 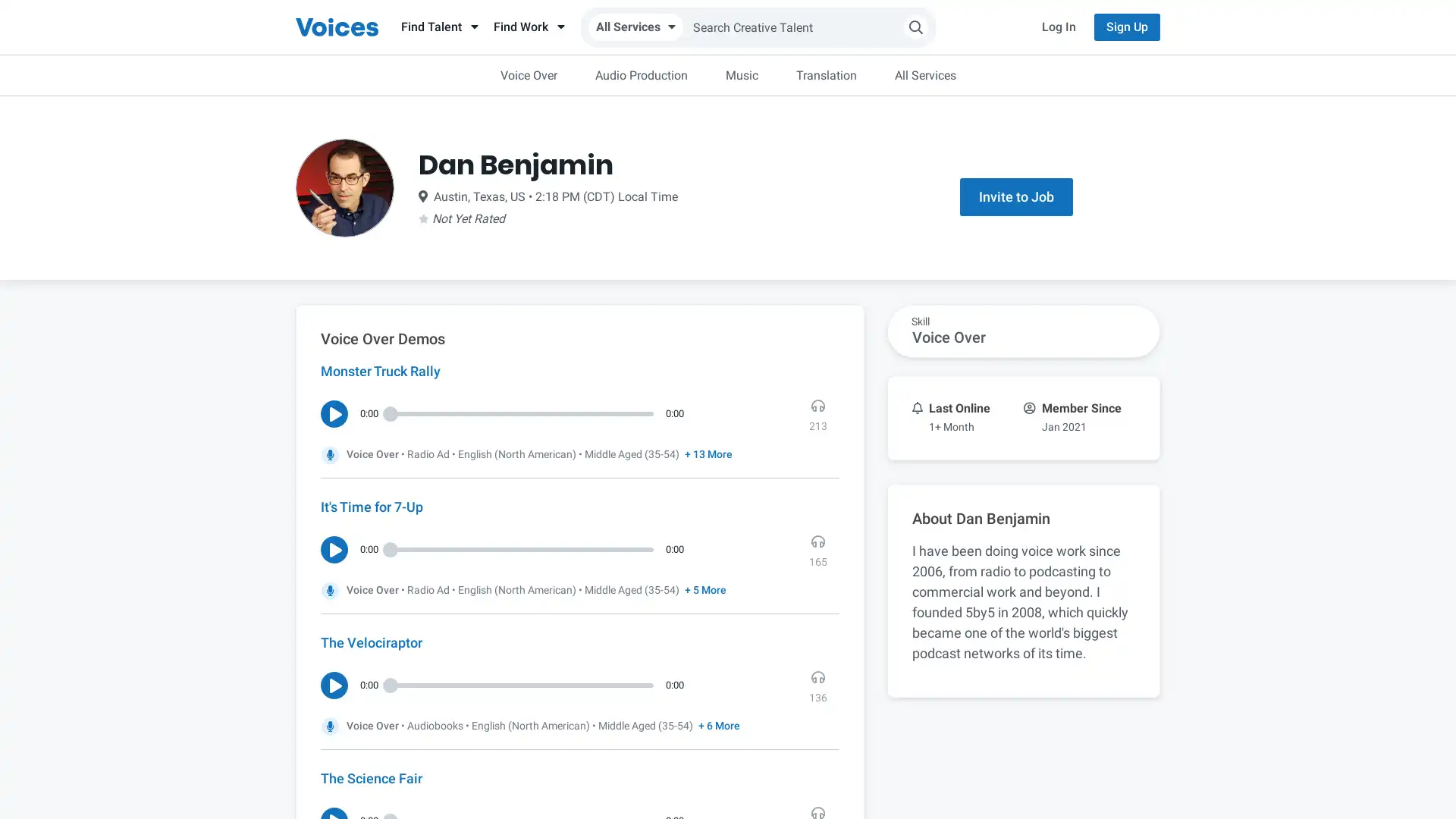 I want to click on Invite to Job, so click(x=1015, y=196).